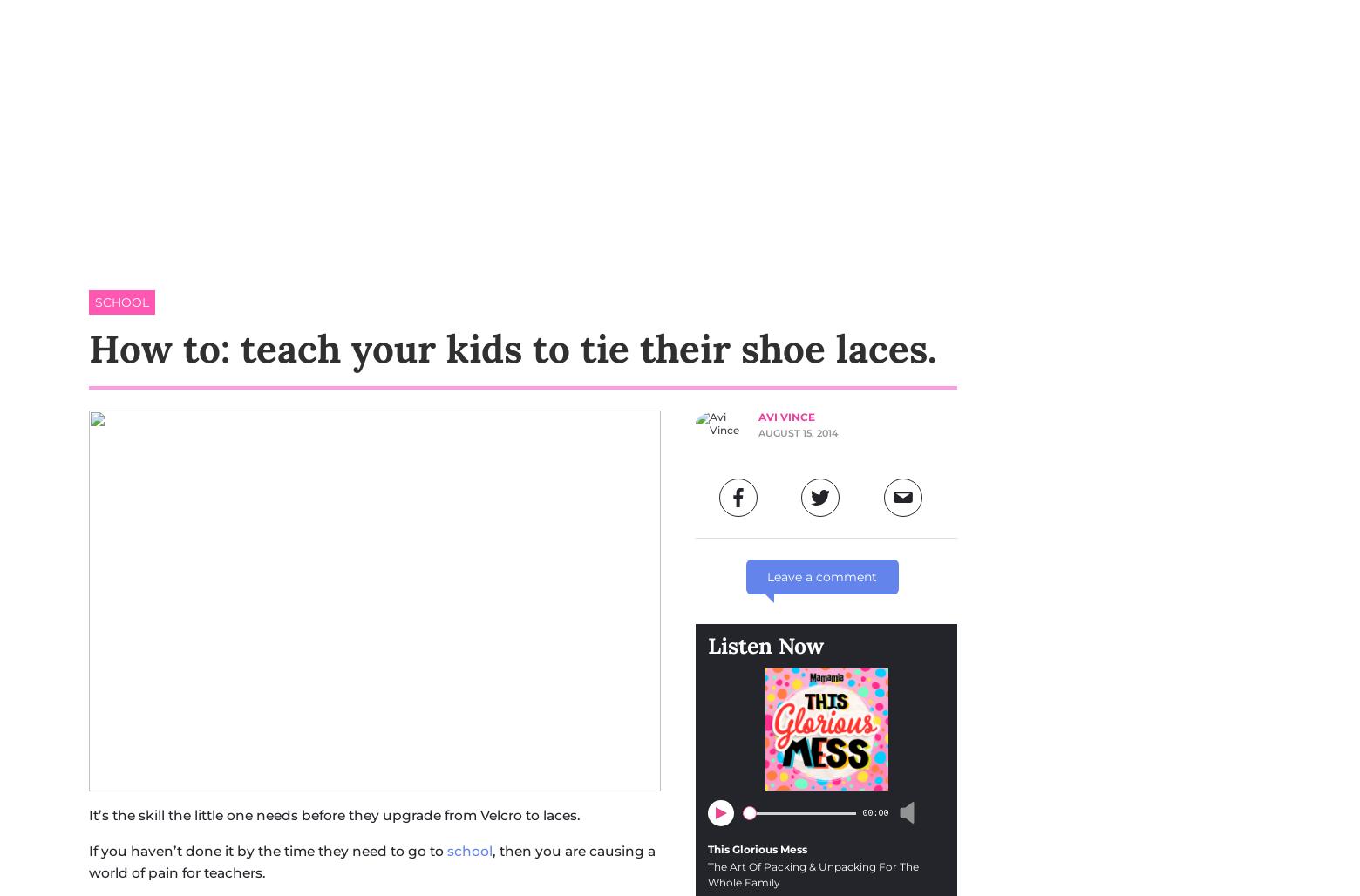  What do you see at coordinates (577, 736) in the screenshot?
I see `'"I had a job as a tutor for a 3-year-old." Let's talk about the new trend in early education.'` at bounding box center [577, 736].